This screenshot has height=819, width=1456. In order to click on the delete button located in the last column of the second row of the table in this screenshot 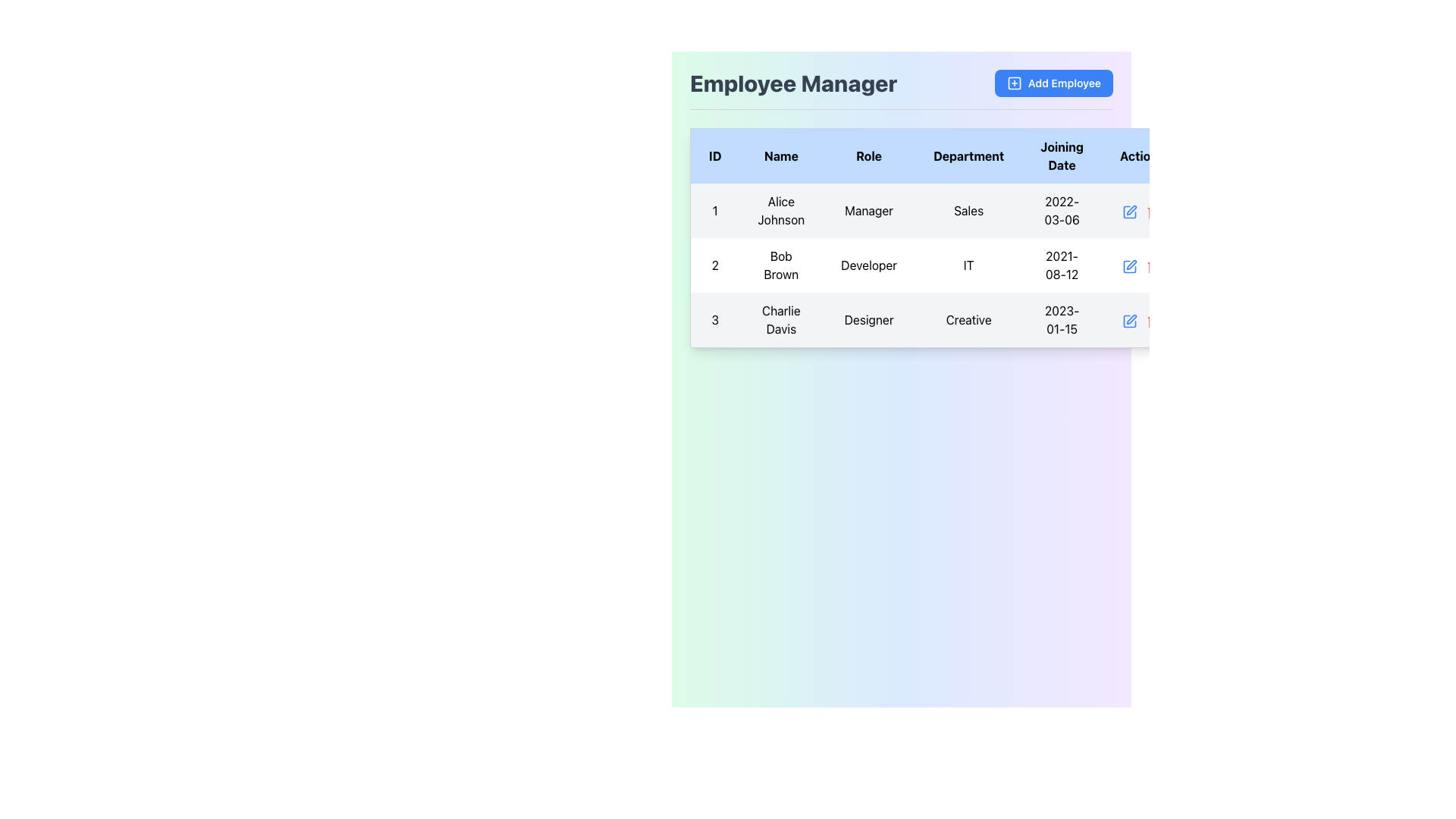, I will do `click(1153, 265)`.